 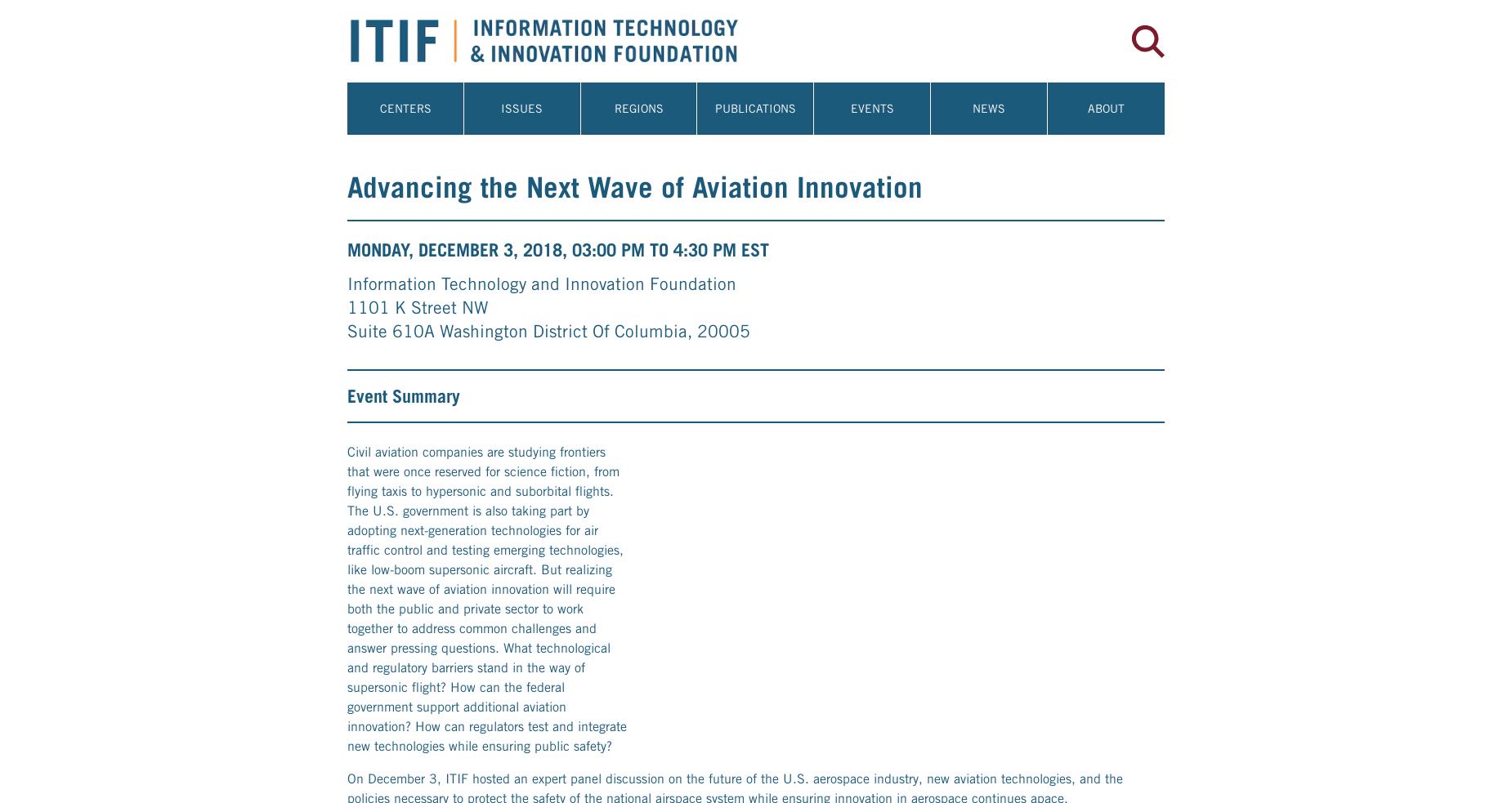 What do you see at coordinates (366, 558) in the screenshot?
I see `'Follow'` at bounding box center [366, 558].